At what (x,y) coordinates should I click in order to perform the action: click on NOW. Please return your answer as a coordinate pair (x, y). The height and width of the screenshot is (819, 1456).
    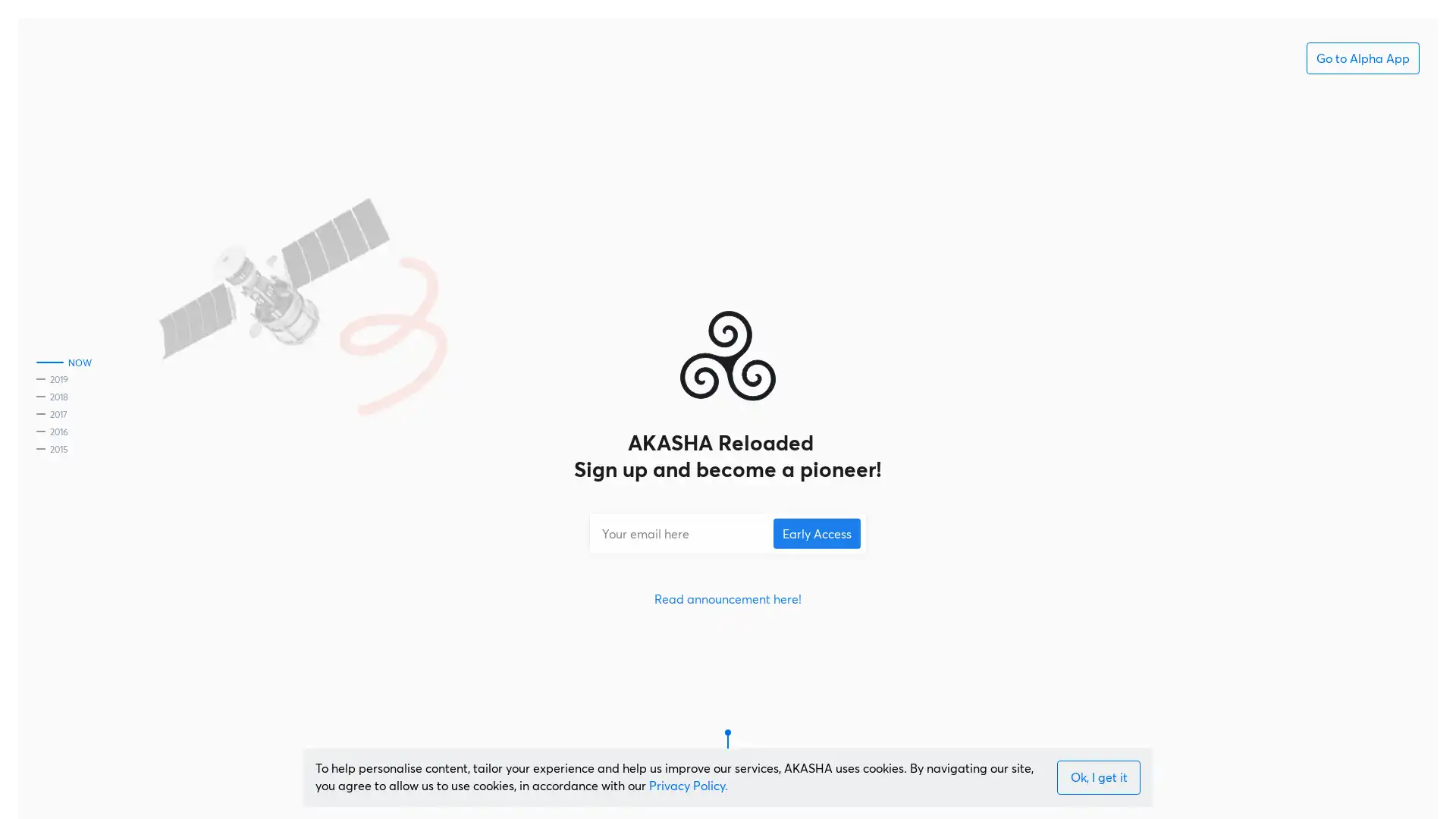
    Looking at the image, I should click on (63, 363).